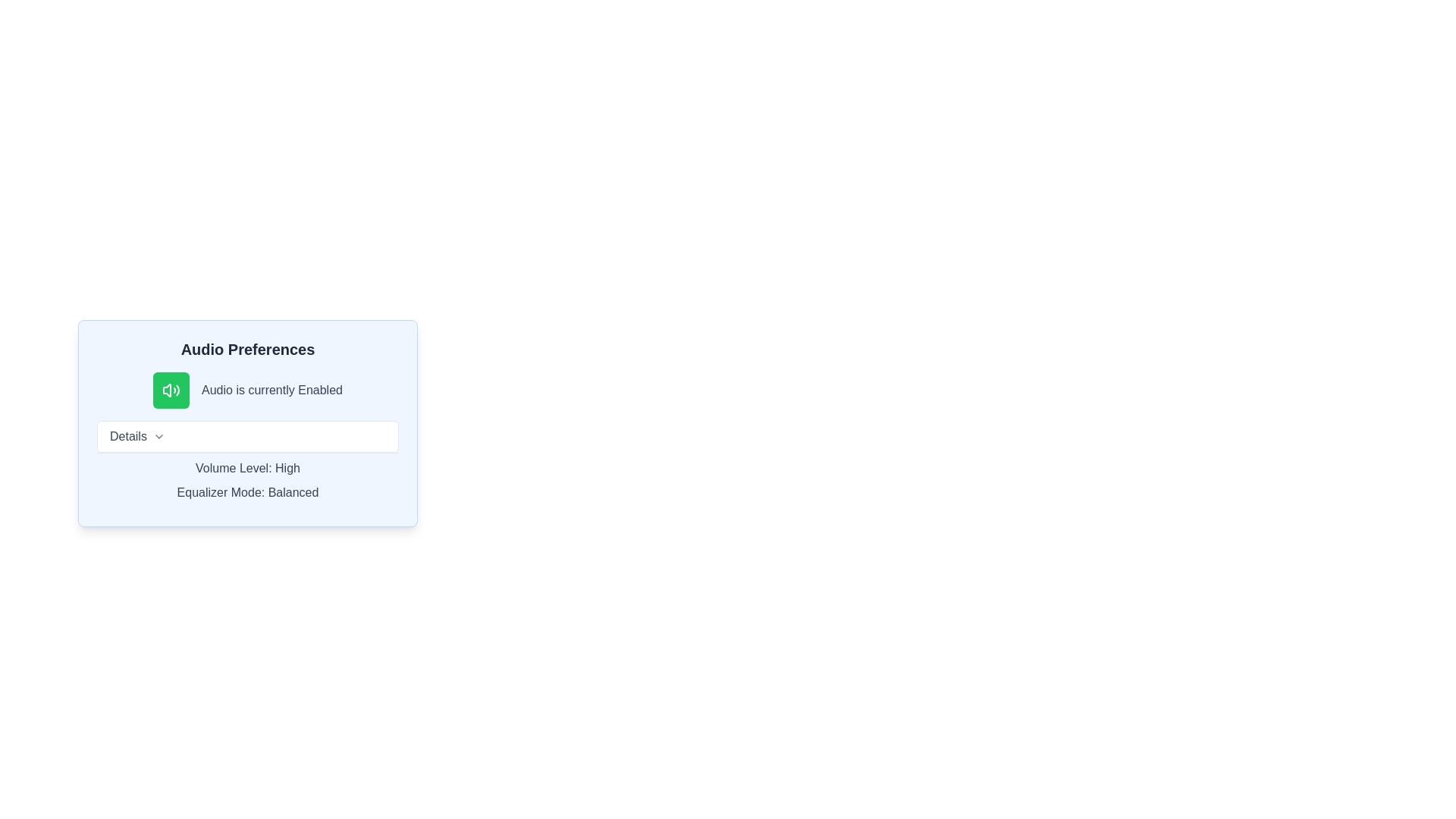  I want to click on non-interactive Text Label that displays the current equalizer mode set to 'Balanced', located below 'Volume Level: High' in the 'Audio Preferences' card, so click(247, 493).